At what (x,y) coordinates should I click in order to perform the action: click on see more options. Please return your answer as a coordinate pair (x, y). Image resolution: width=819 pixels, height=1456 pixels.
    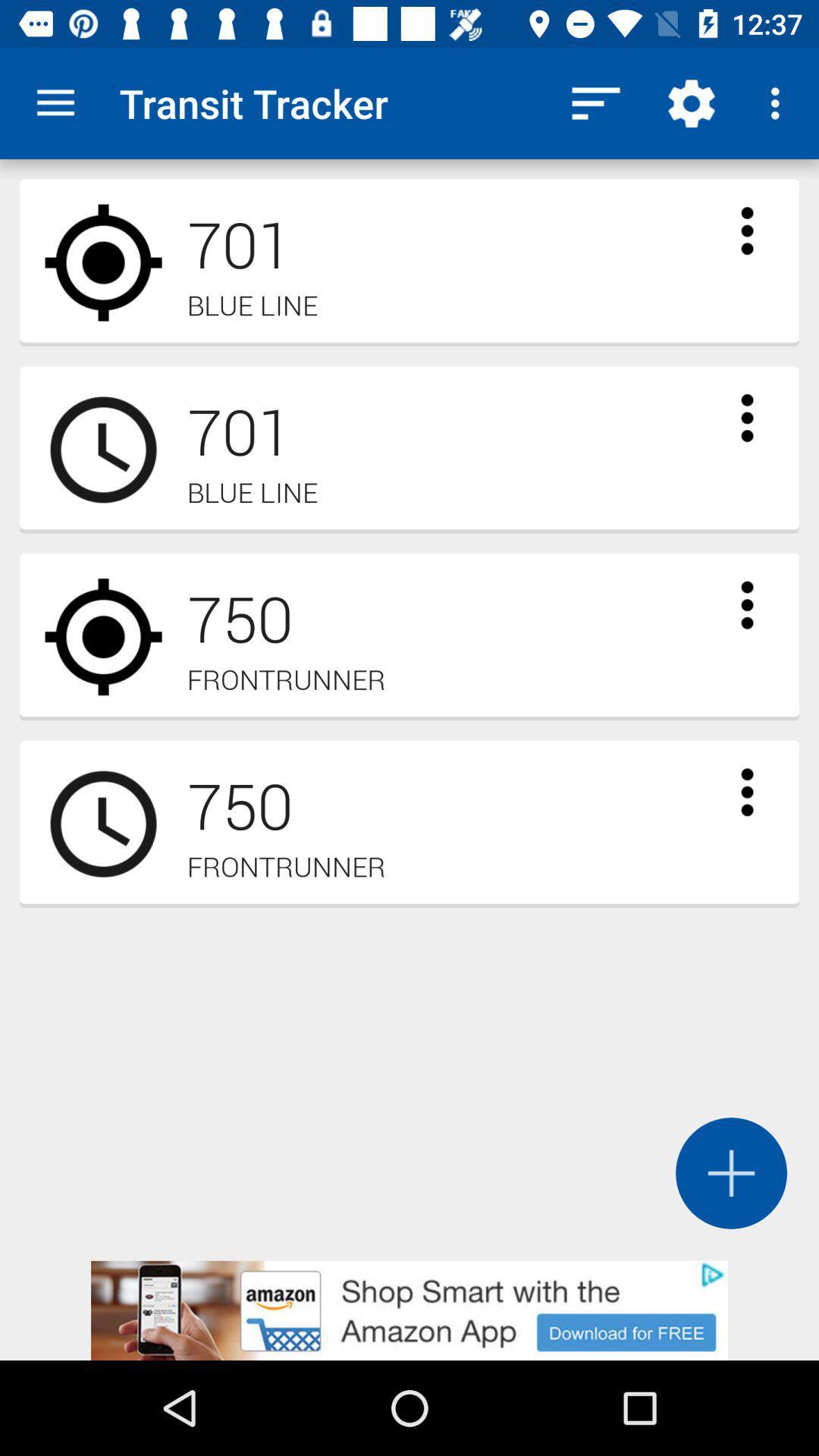
    Looking at the image, I should click on (746, 791).